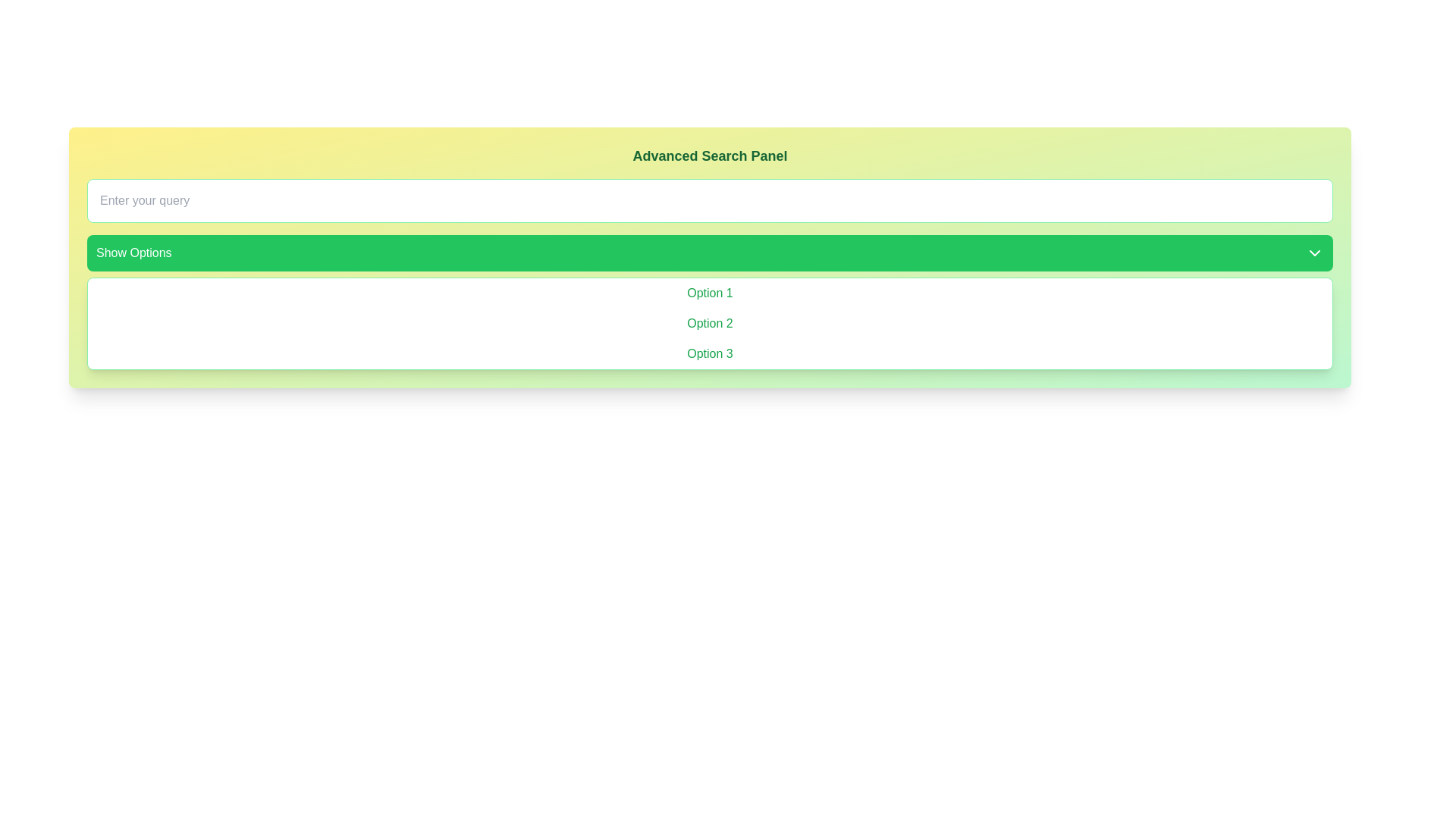 Image resolution: width=1456 pixels, height=819 pixels. What do you see at coordinates (709, 353) in the screenshot?
I see `the text label 'Option 3', which is the last item in a vertically stacked list of options, styled in green with a light green hover effect` at bounding box center [709, 353].